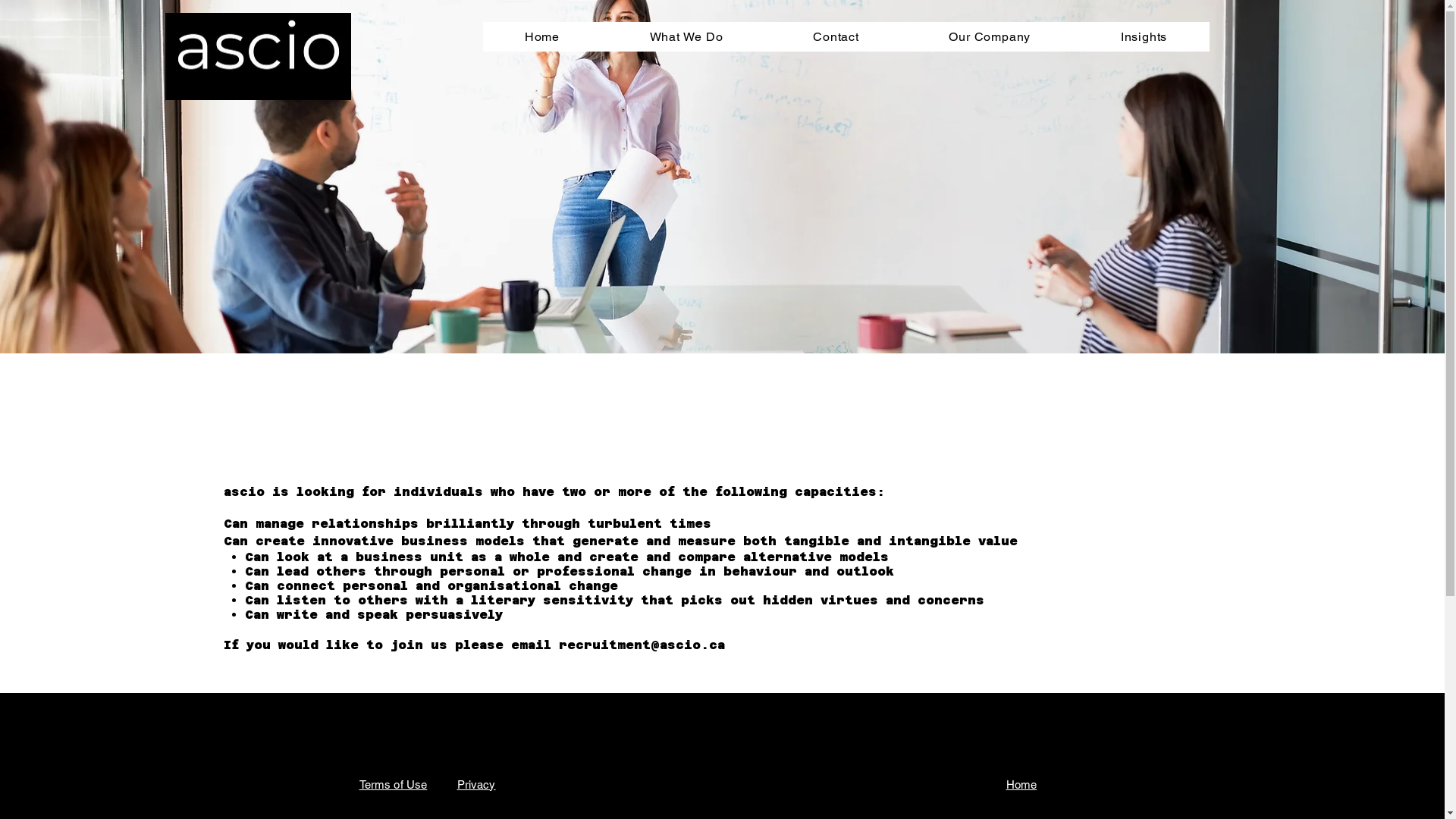 The height and width of the screenshot is (819, 1456). Describe the element at coordinates (686, 36) in the screenshot. I see `'What We Do'` at that location.